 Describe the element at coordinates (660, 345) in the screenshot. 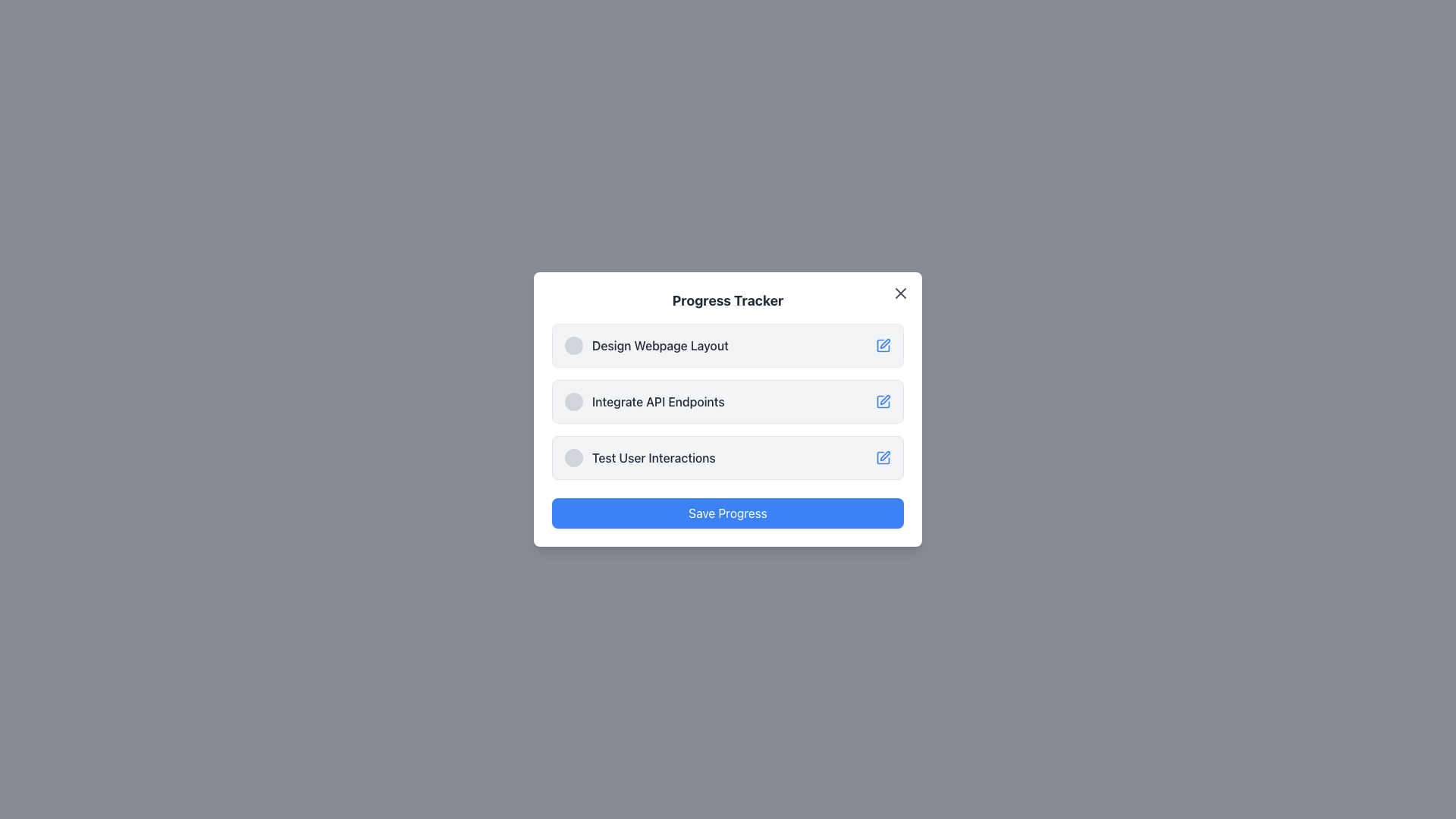

I see `the static text label that describes the first task in the progress tracker, located to the right of a circular icon and before an edit icon` at that location.